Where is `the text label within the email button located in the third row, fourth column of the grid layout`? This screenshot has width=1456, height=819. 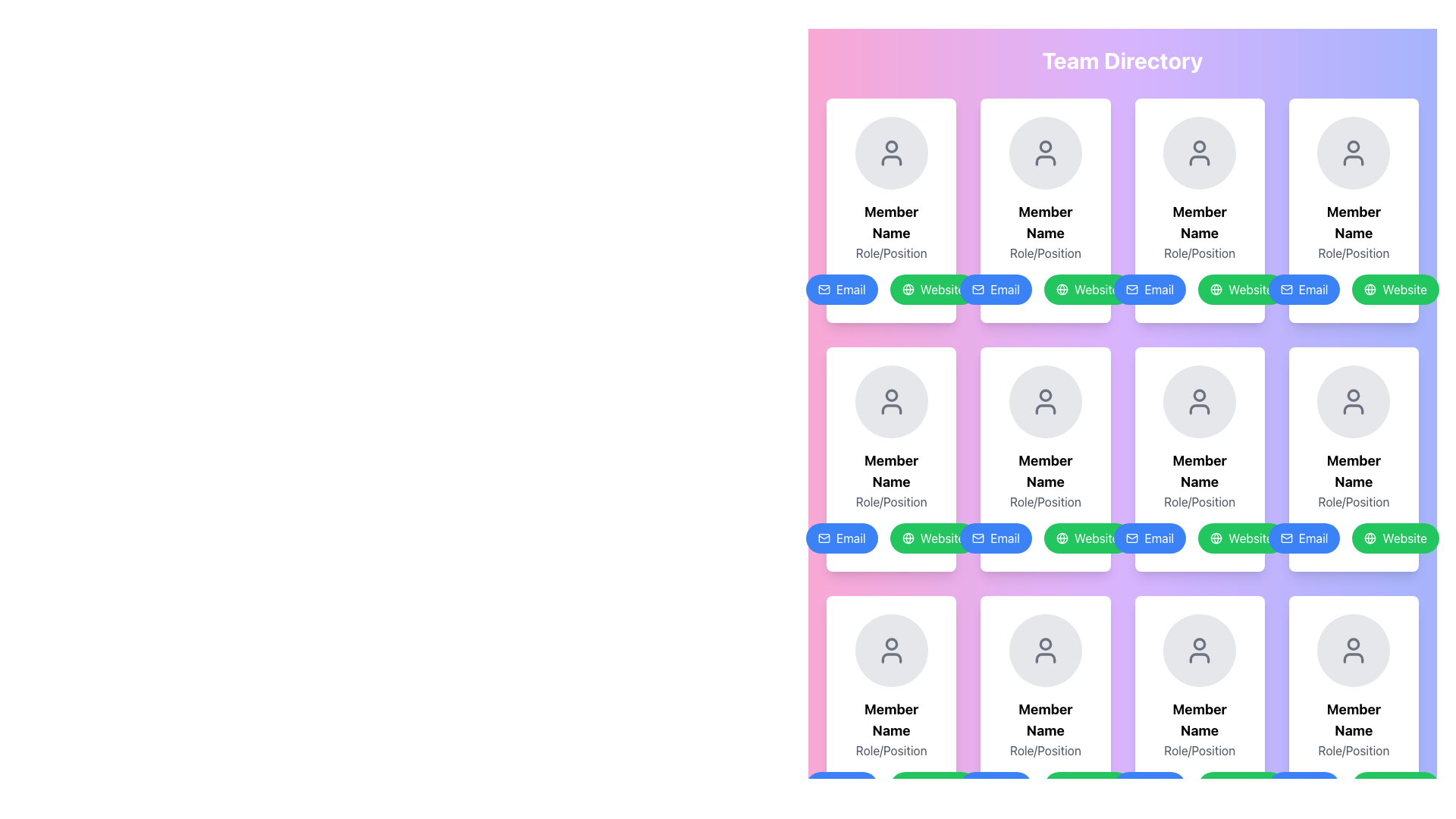 the text label within the email button located in the third row, fourth column of the grid layout is located at coordinates (1313, 289).